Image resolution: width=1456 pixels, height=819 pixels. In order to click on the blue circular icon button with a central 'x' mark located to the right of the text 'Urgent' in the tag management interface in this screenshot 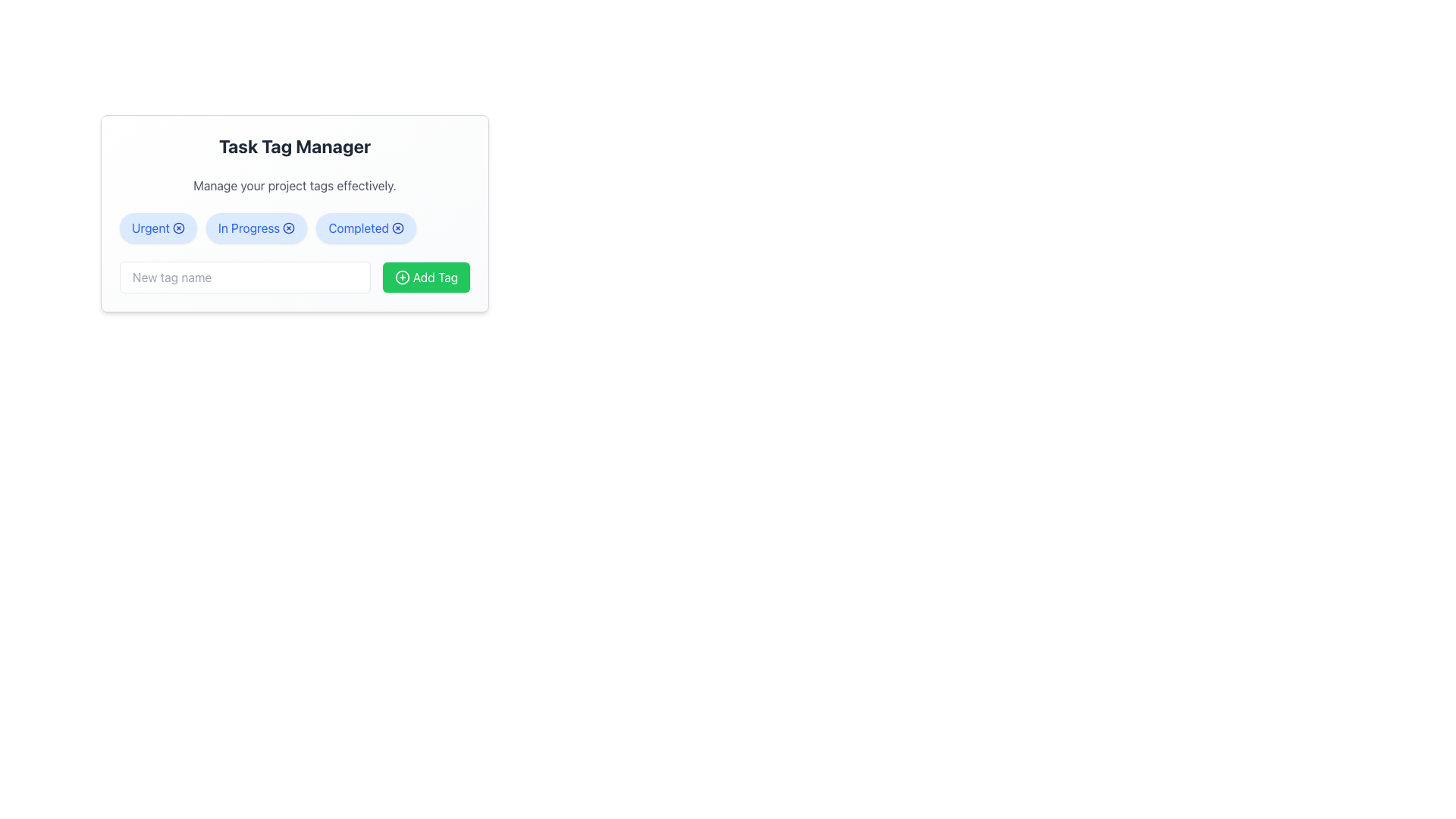, I will do `click(178, 227)`.